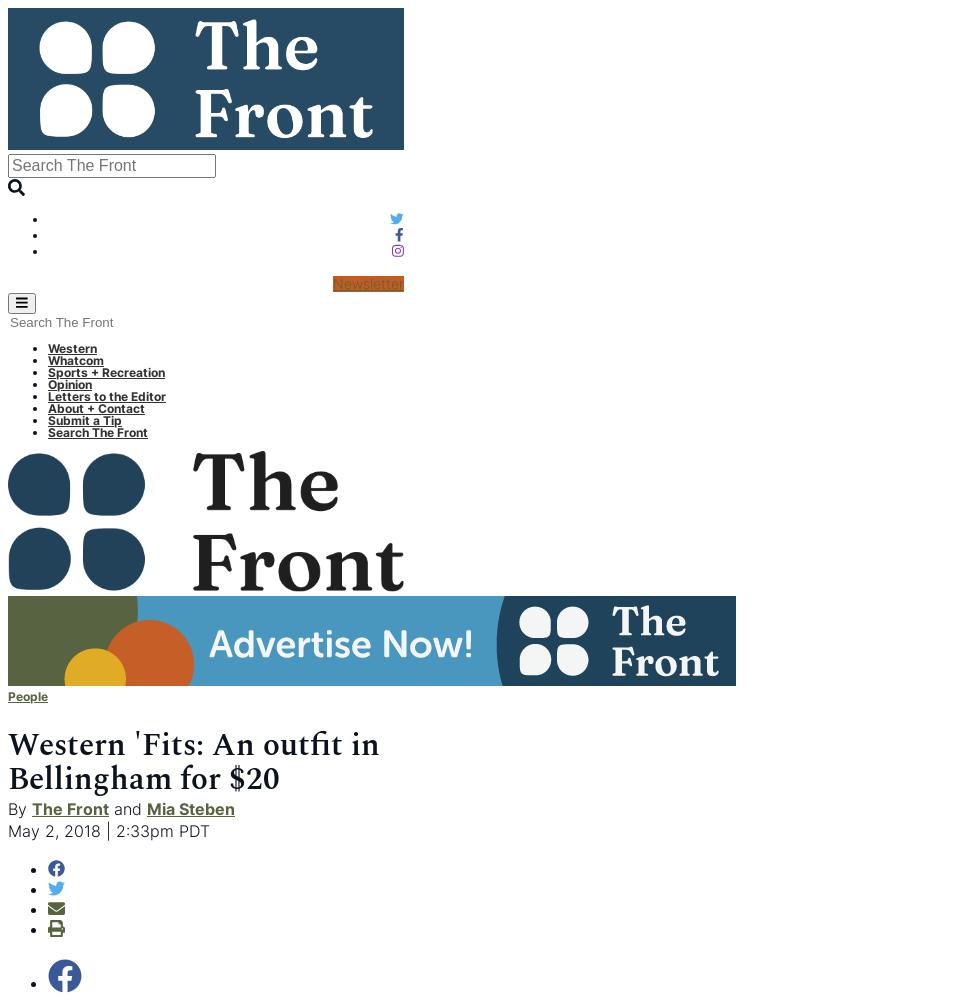  Describe the element at coordinates (109, 830) in the screenshot. I see `'May 2, 2018 | 2:33pm PDT'` at that location.